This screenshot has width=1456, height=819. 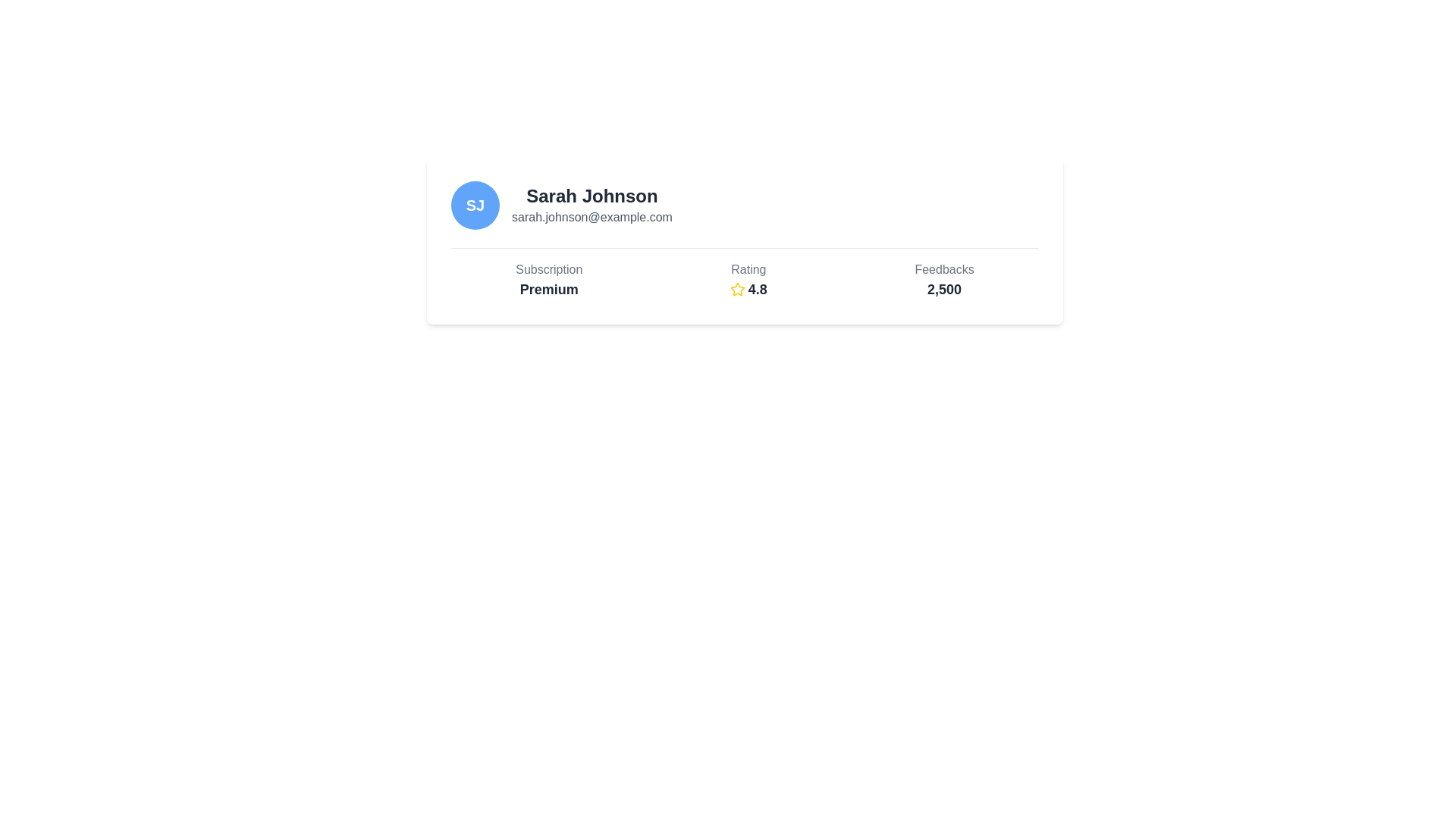 What do you see at coordinates (591, 205) in the screenshot?
I see `the text display element that shows the user's name and email address, specifically for 'Sarah Johnson', which is located in the upper center of the visible area, slightly to the right of the circular avatar with initials 'SJ'` at bounding box center [591, 205].